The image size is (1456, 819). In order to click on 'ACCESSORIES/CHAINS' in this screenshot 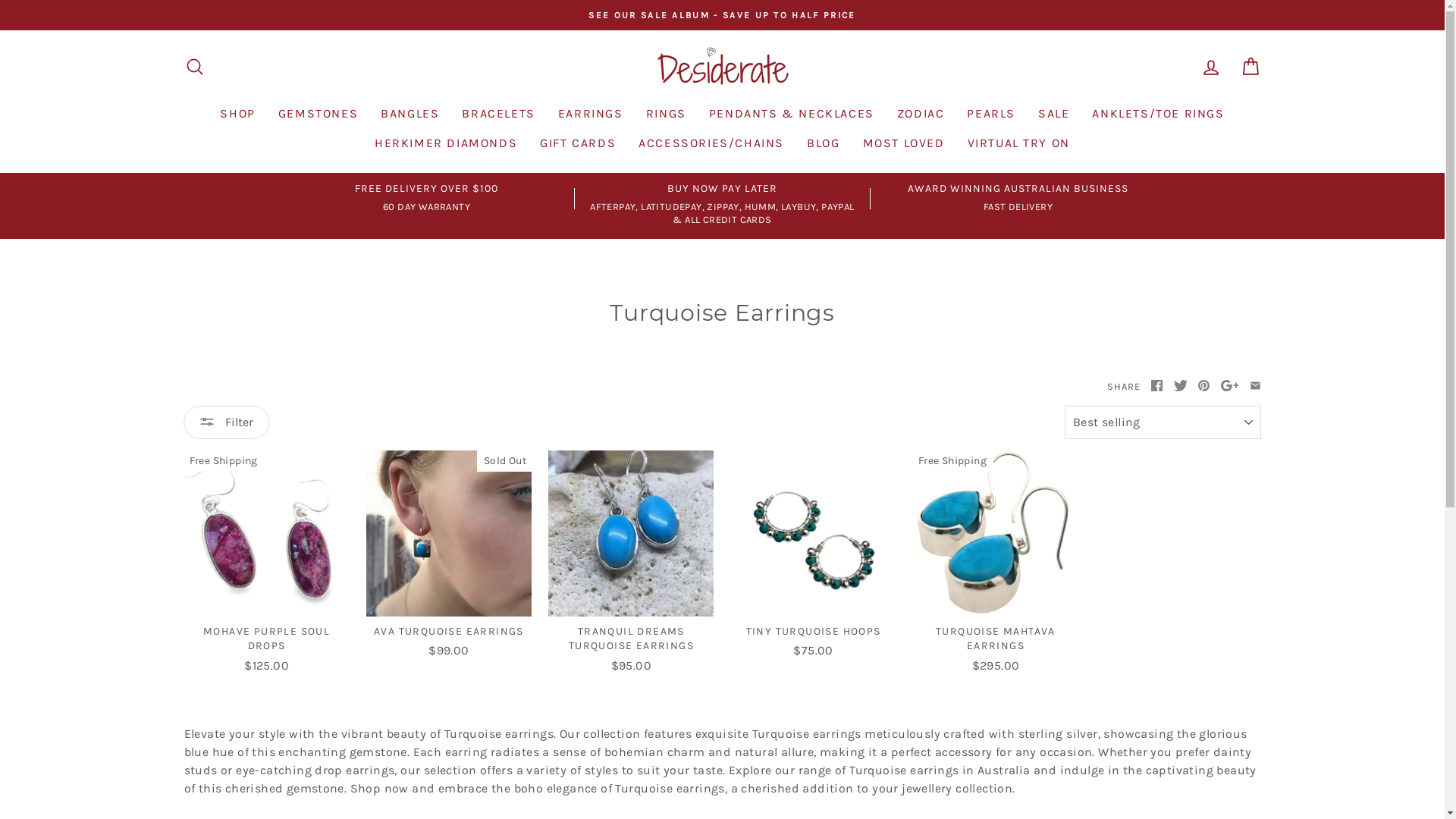, I will do `click(626, 143)`.